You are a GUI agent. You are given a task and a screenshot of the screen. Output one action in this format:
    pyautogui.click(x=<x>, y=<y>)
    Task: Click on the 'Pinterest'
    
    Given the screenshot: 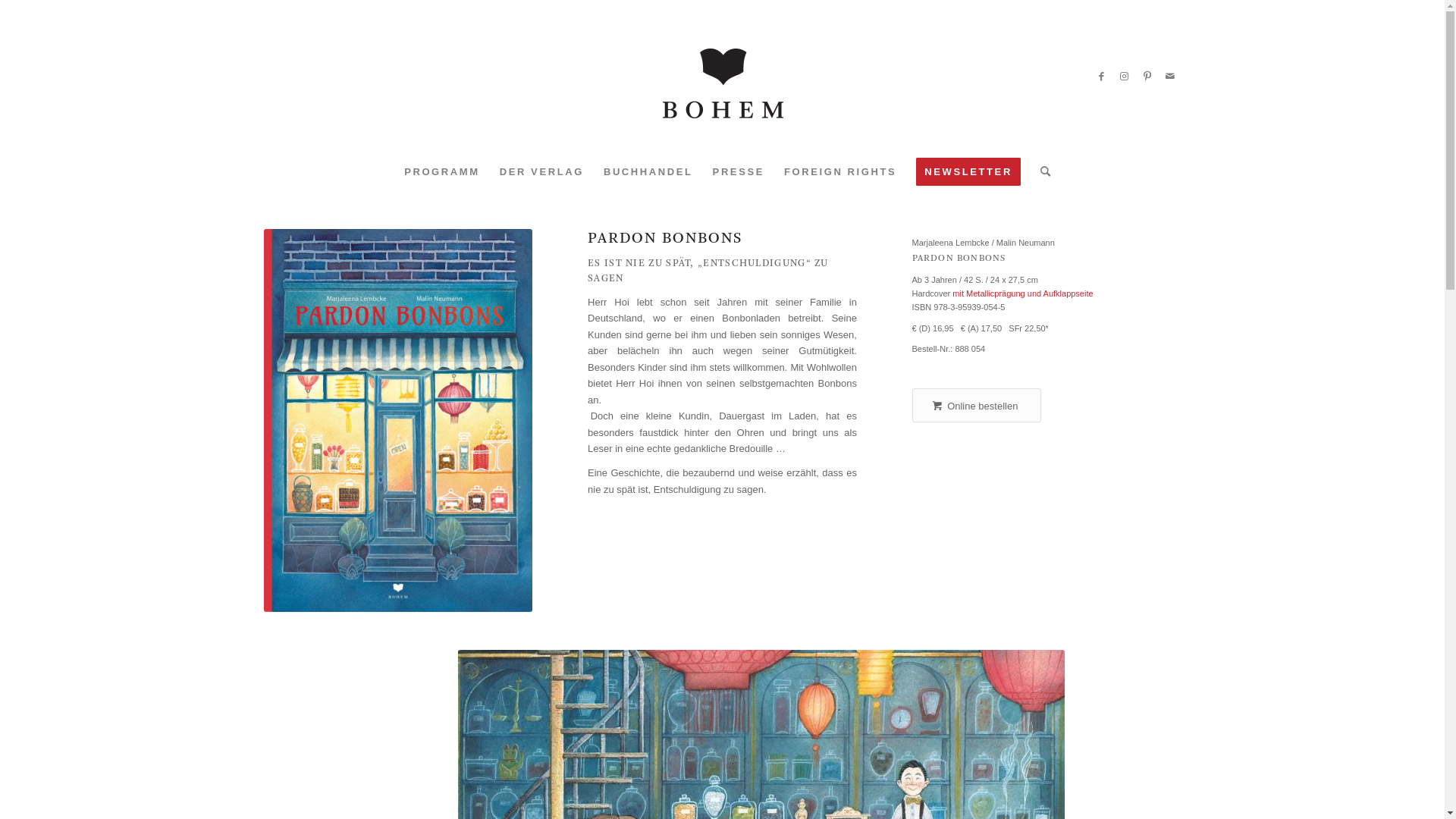 What is the action you would take?
    pyautogui.click(x=1147, y=76)
    